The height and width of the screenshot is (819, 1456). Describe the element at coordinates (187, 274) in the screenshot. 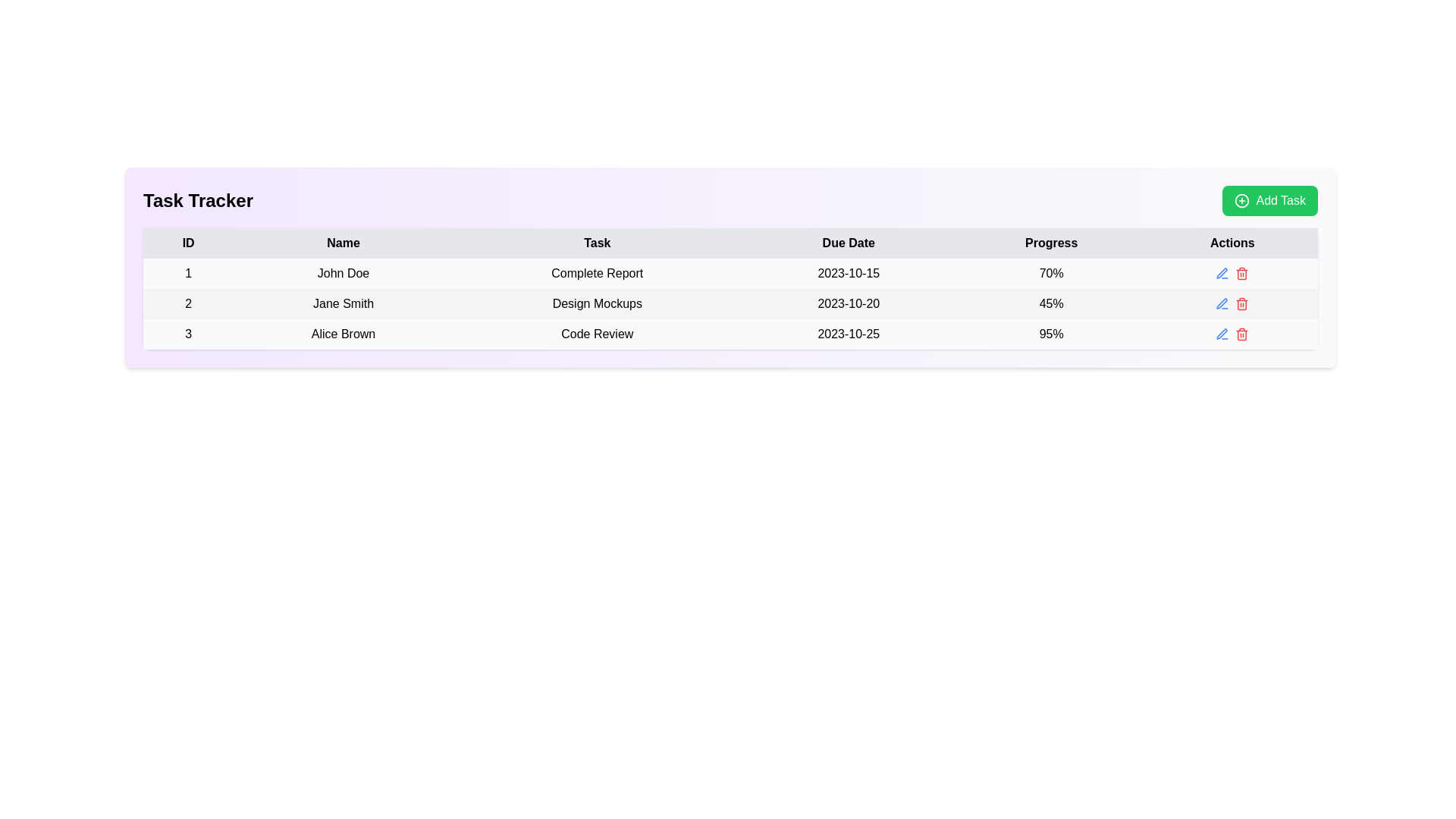

I see `the bold numeral '1' text label located in the first column of the first row of the task information table, which serves as an index or identifier` at that location.